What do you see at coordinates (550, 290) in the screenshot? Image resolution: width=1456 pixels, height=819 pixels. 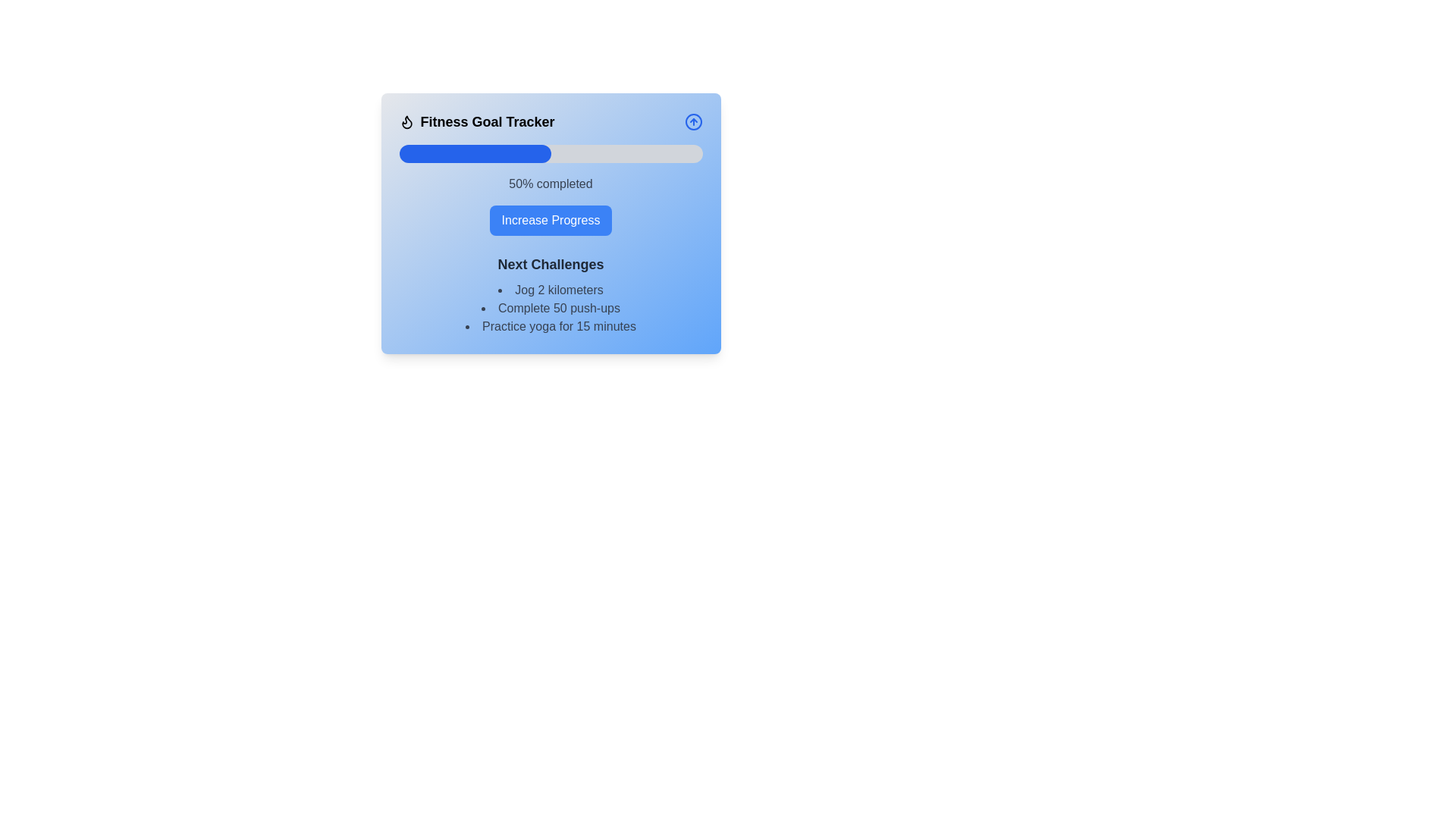 I see `text label displaying 'Jog 2 kilometers', which is the first item in the 'Next Challenges' section of the fitness tracker interface` at bounding box center [550, 290].